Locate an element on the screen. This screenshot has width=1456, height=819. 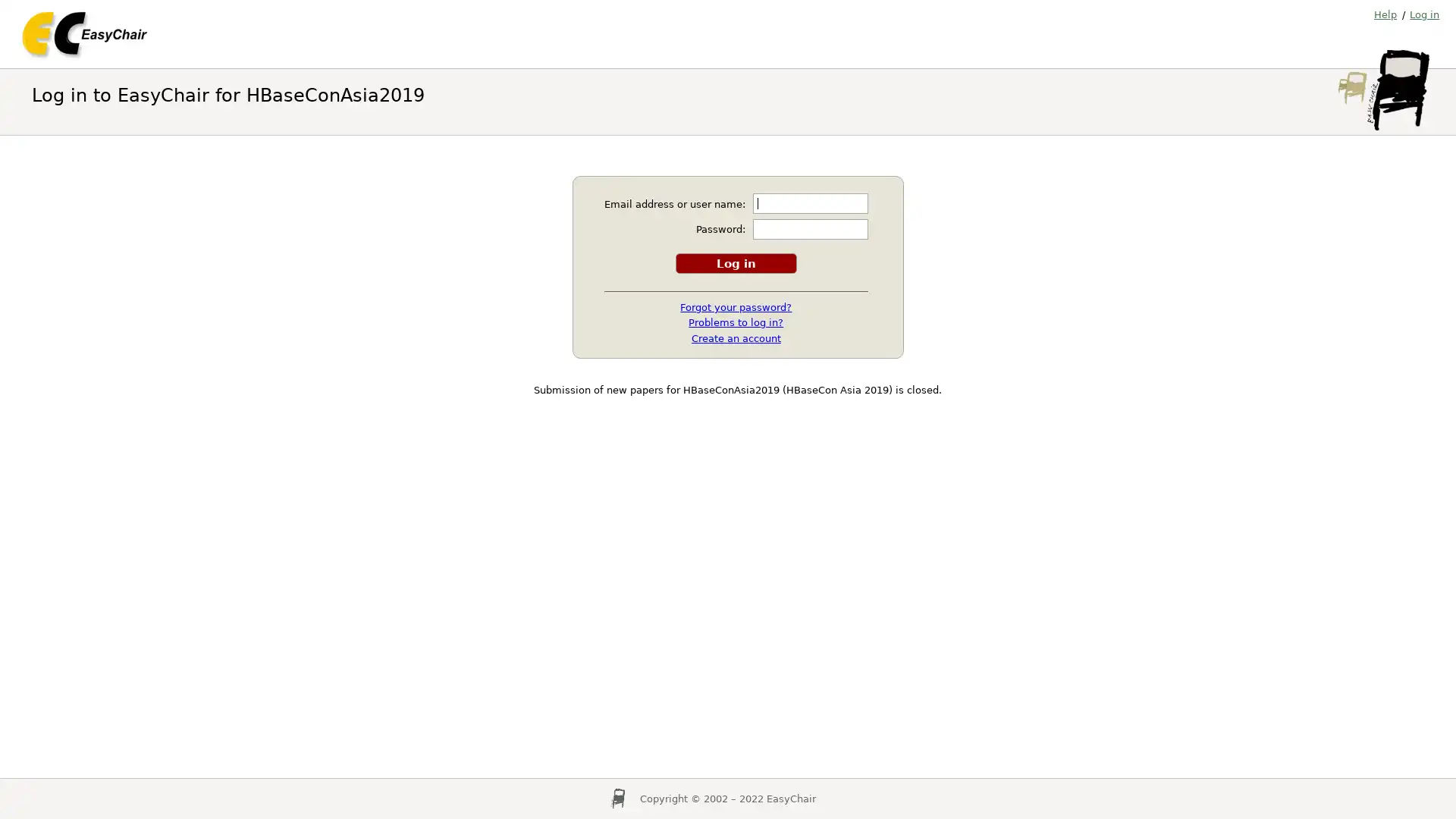
Log in is located at coordinates (735, 262).